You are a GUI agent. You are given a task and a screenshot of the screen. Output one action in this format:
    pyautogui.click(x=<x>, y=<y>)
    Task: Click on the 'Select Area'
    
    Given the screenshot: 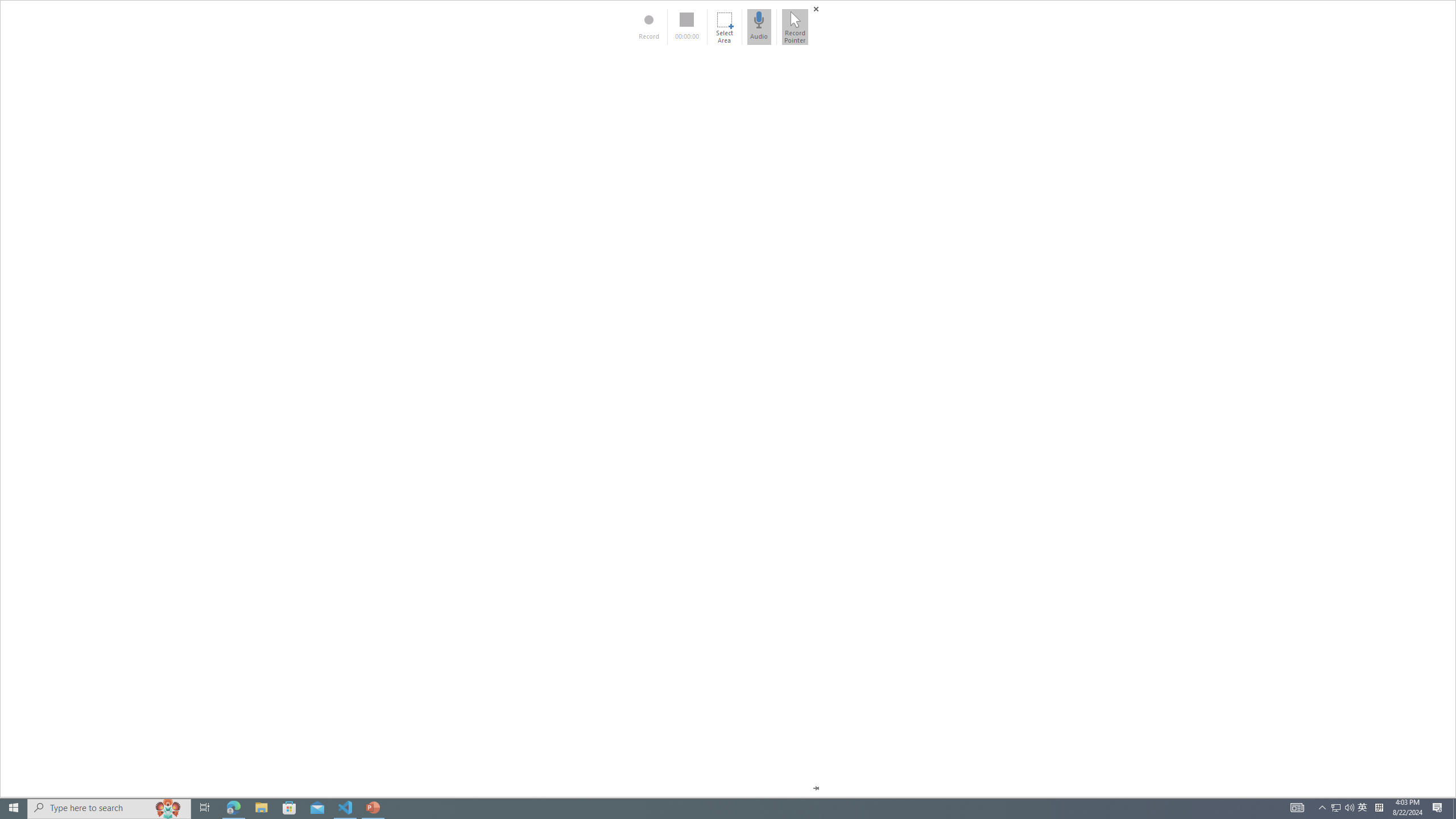 What is the action you would take?
    pyautogui.click(x=723, y=26)
    